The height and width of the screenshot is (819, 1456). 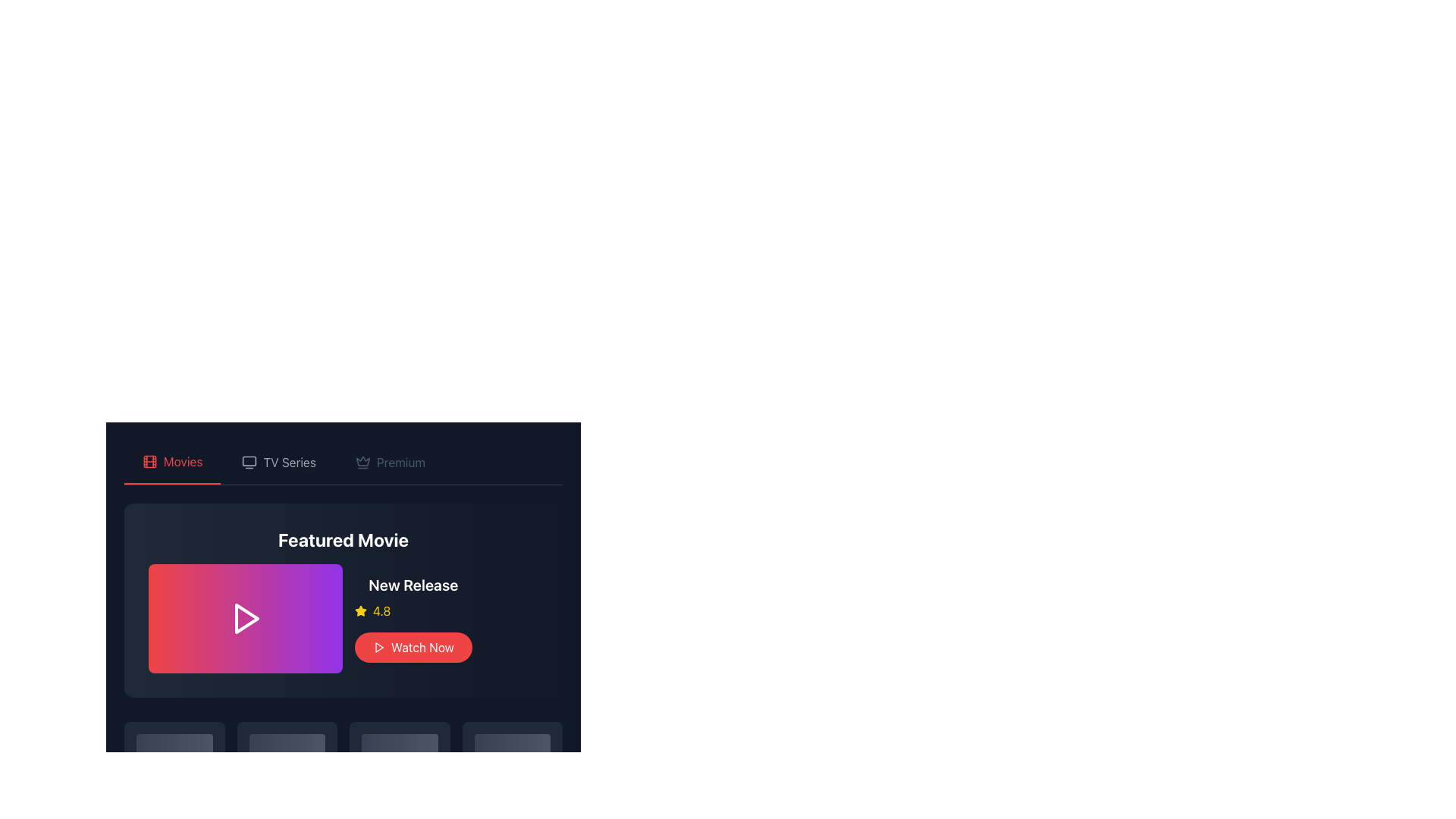 I want to click on the crown icon located in the top navigation bar, positioned between the 'TV Series' and 'Premium' labels, so click(x=362, y=460).